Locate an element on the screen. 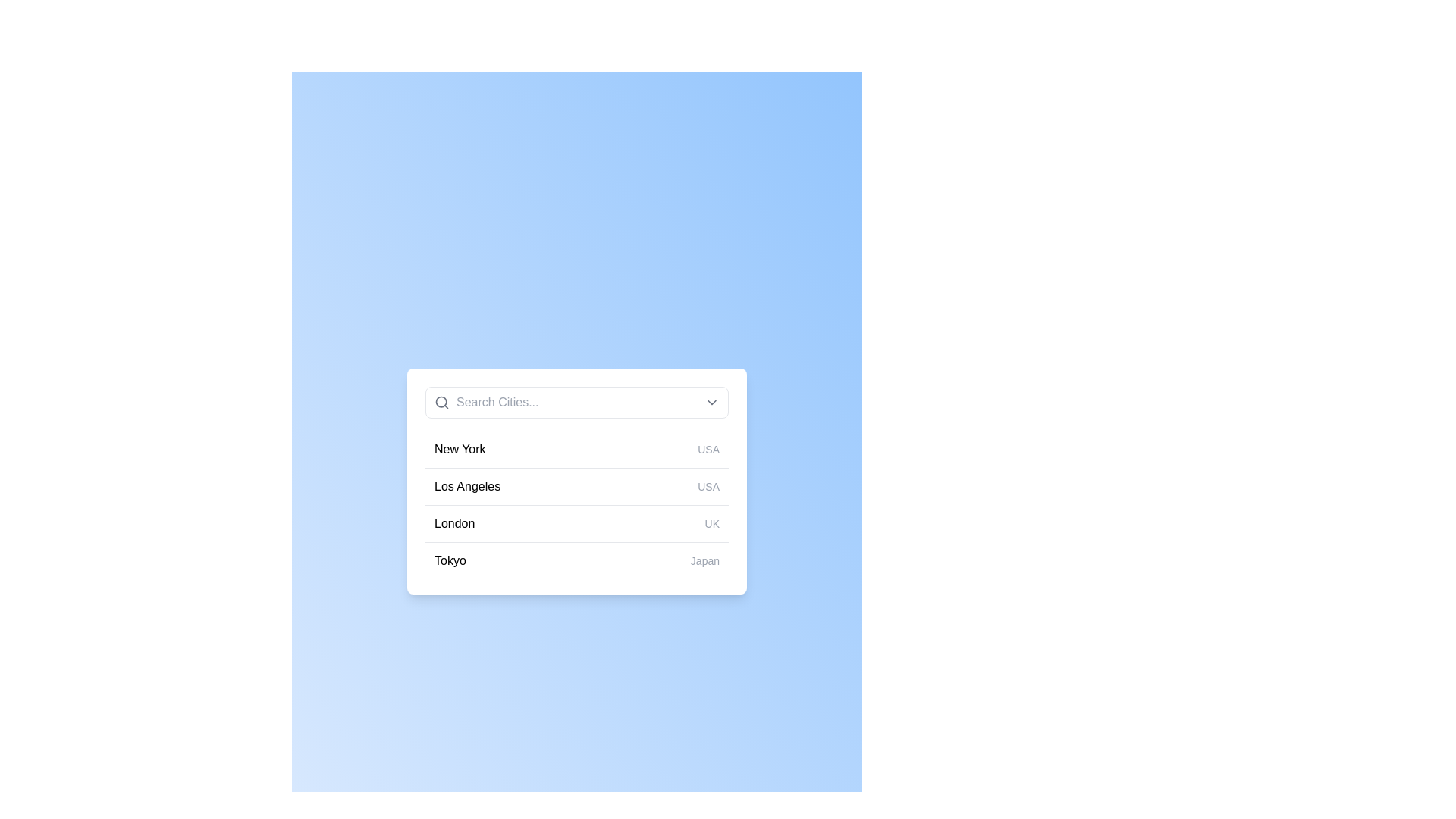 The image size is (1456, 819). the list item displaying 'Los Angeles, USA' is located at coordinates (576, 503).